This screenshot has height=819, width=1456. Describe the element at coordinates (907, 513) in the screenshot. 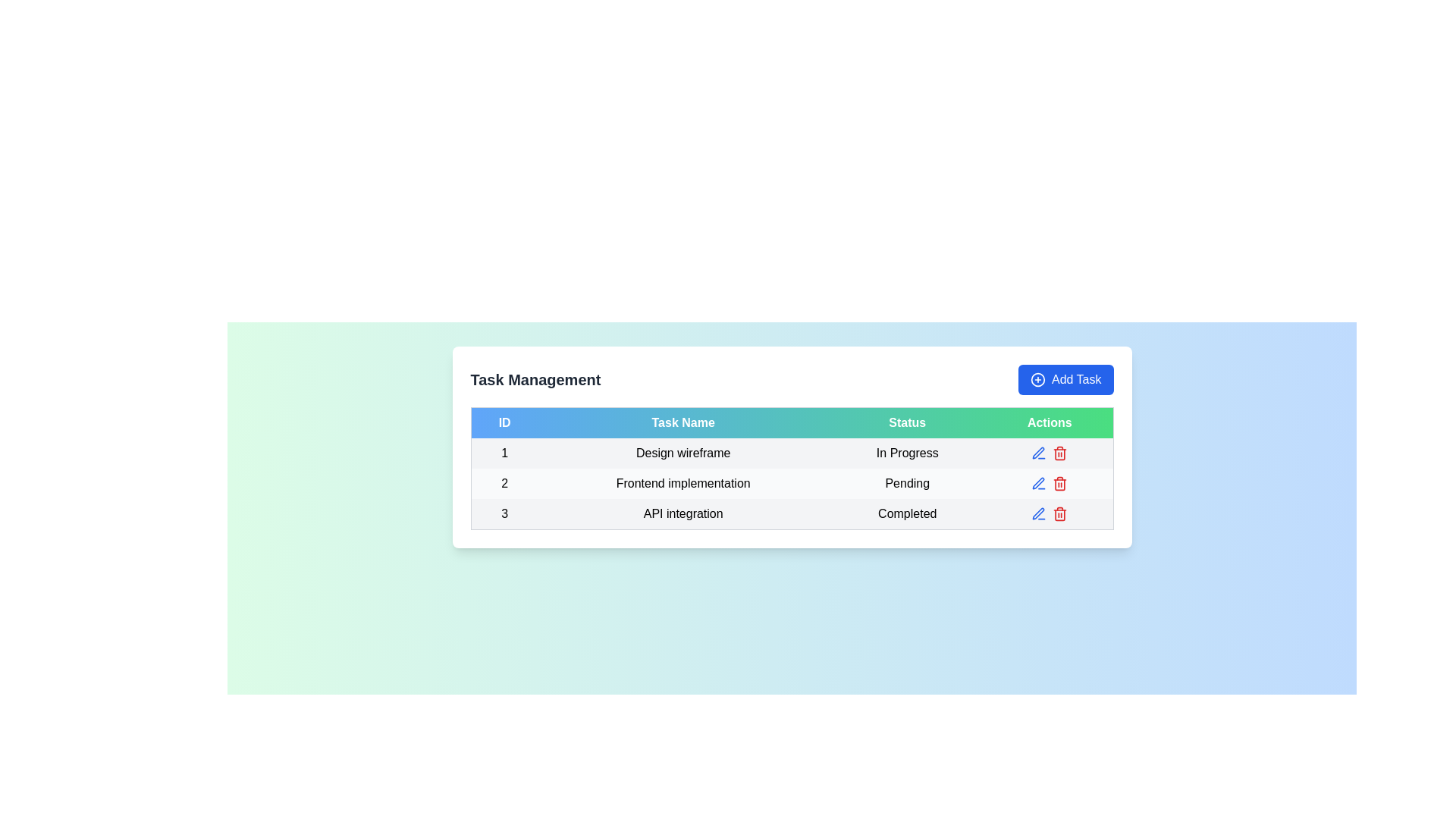

I see `the static text field displaying 'Completed' in the status column of the task management table, which is located in the third row to the right of 'API integration'` at that location.